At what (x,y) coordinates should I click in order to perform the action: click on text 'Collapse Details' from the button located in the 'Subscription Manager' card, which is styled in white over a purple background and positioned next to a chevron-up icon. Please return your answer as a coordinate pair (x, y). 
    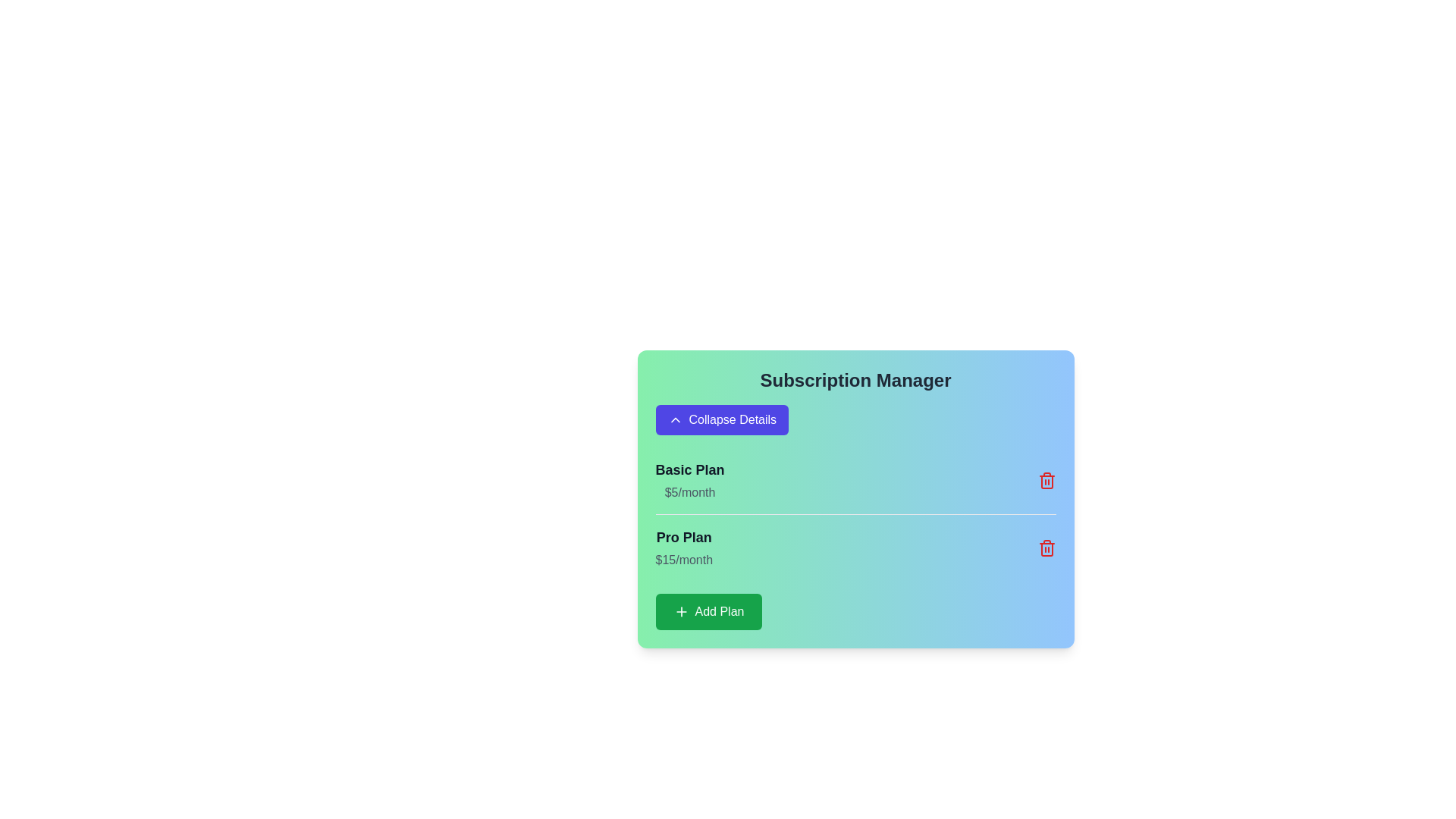
    Looking at the image, I should click on (733, 420).